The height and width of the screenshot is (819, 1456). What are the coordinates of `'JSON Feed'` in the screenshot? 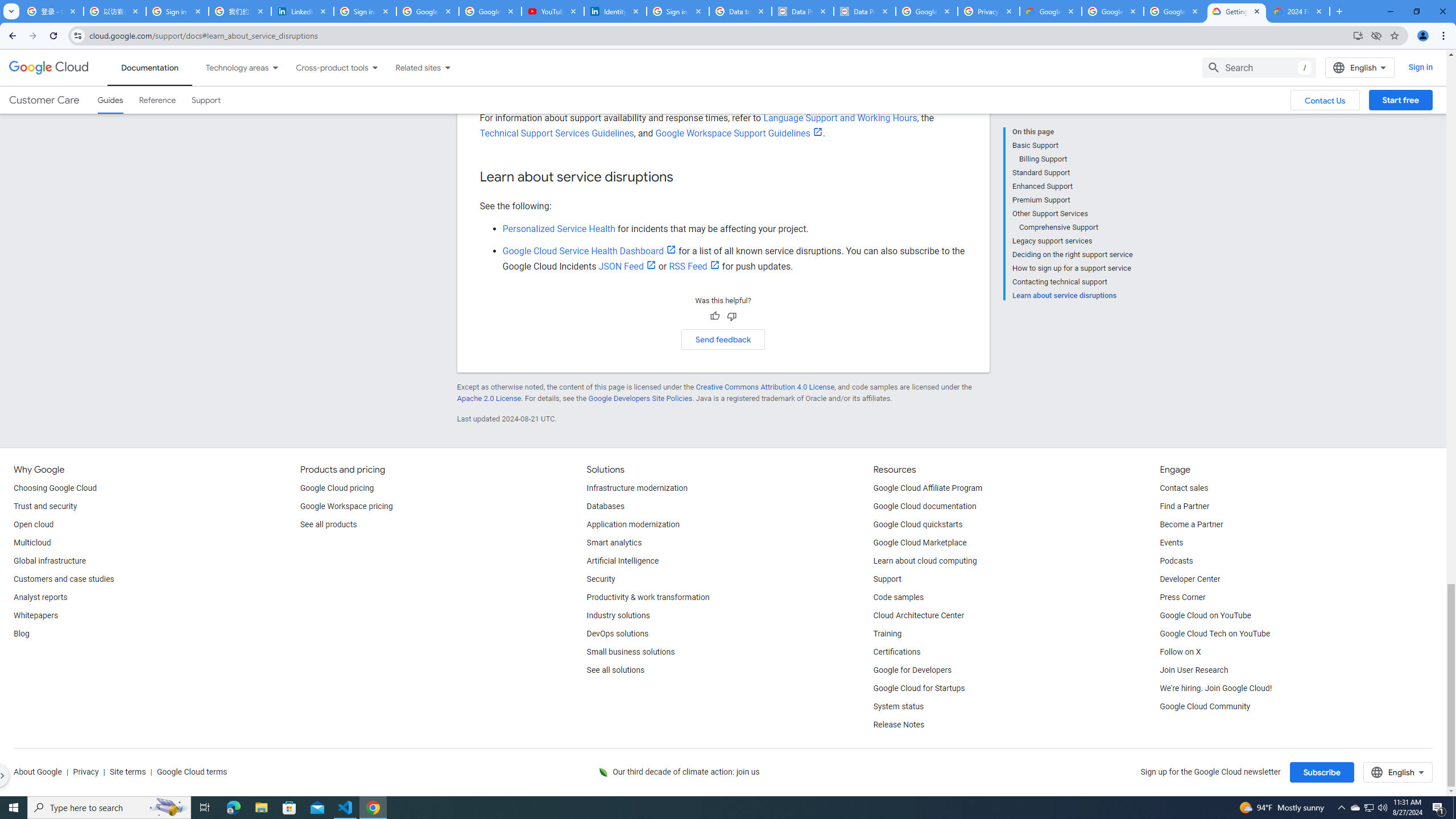 It's located at (627, 266).